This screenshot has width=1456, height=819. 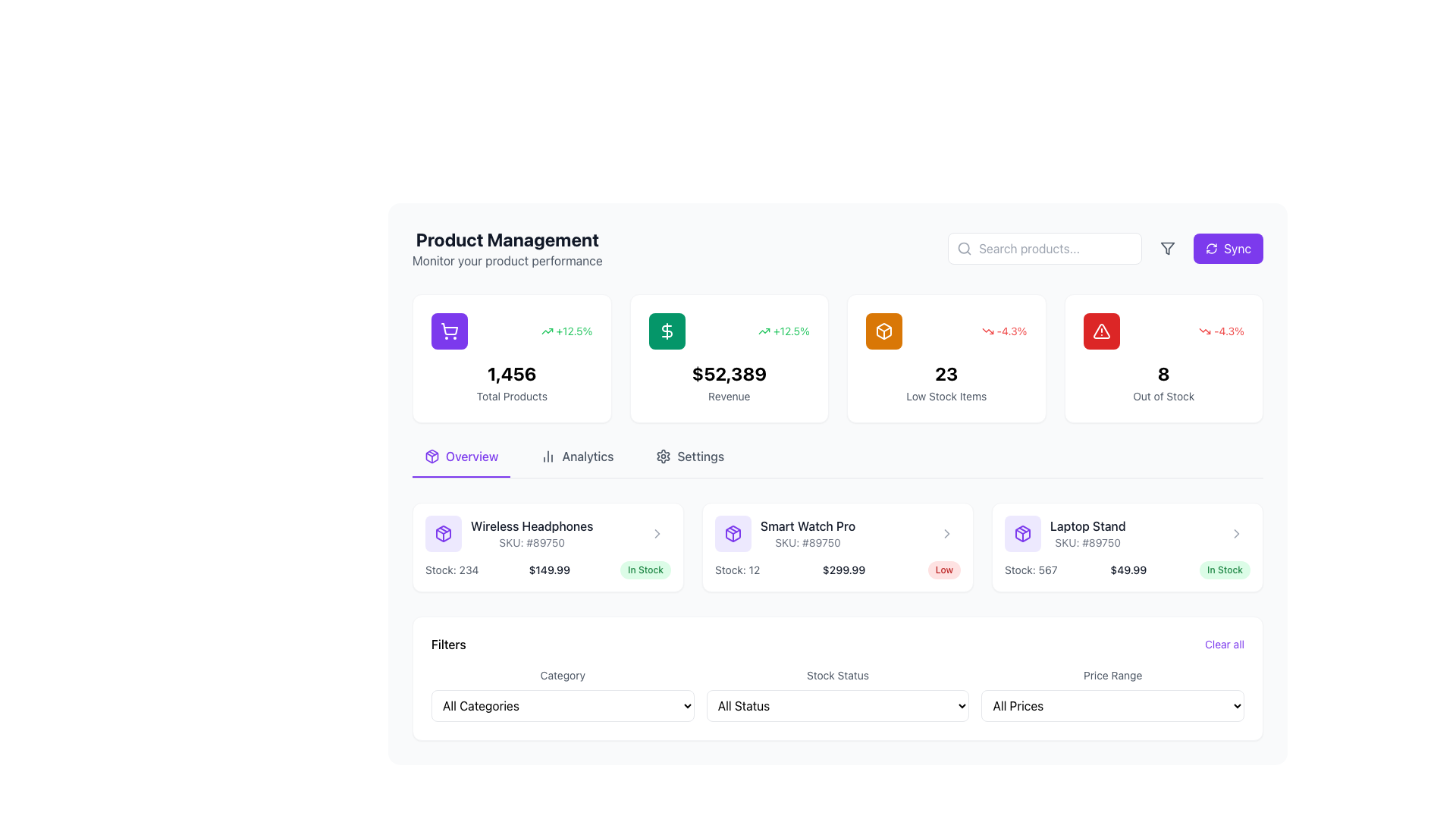 I want to click on displayed value of the text element showing '$52,389', which is positioned slightly right of center and above the 'Revenue' label, so click(x=729, y=374).